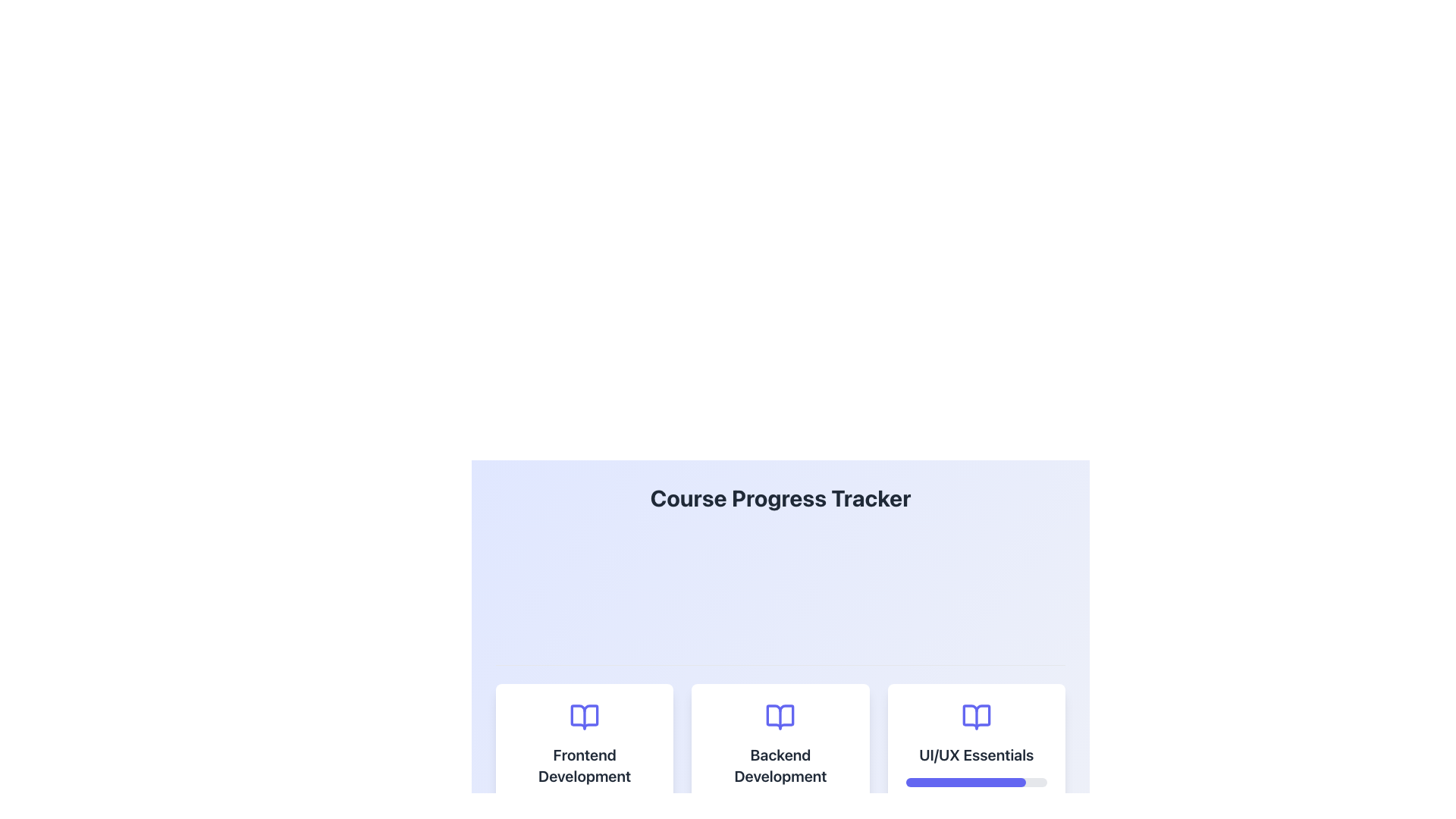 The width and height of the screenshot is (1456, 819). Describe the element at coordinates (780, 497) in the screenshot. I see `the Static Text Header that introduces and labels the course tracking section, positioned at the top-center of the course cards area` at that location.